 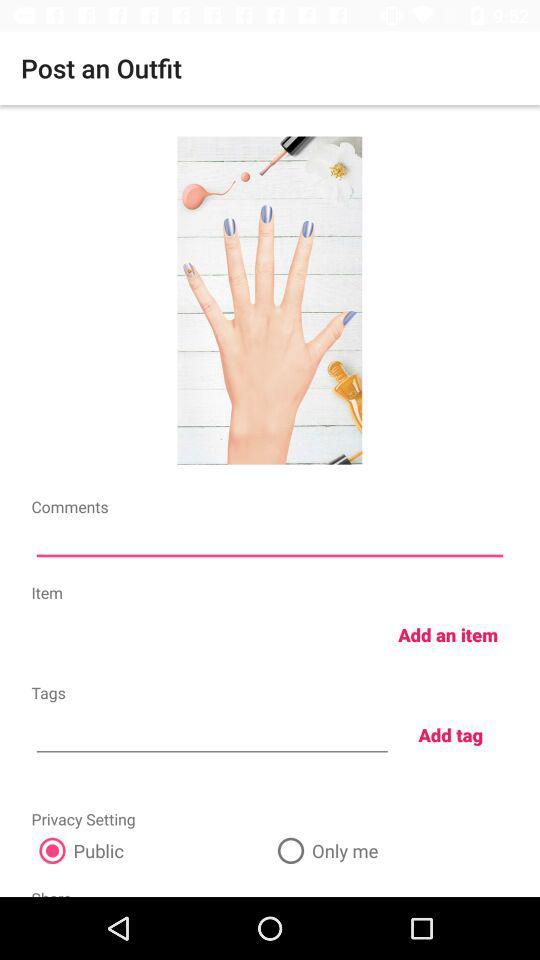 What do you see at coordinates (448, 633) in the screenshot?
I see `item on the right` at bounding box center [448, 633].